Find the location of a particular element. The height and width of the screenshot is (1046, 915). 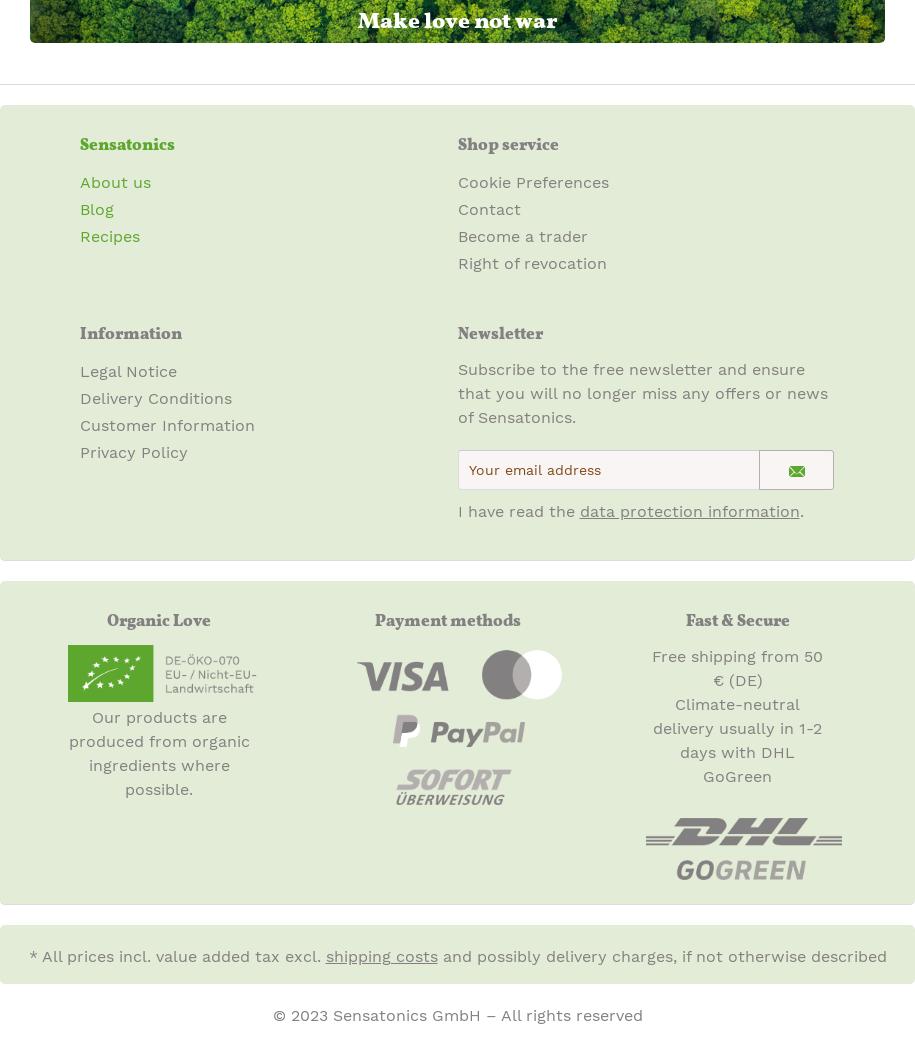

'Organic Love' is located at coordinates (106, 621).